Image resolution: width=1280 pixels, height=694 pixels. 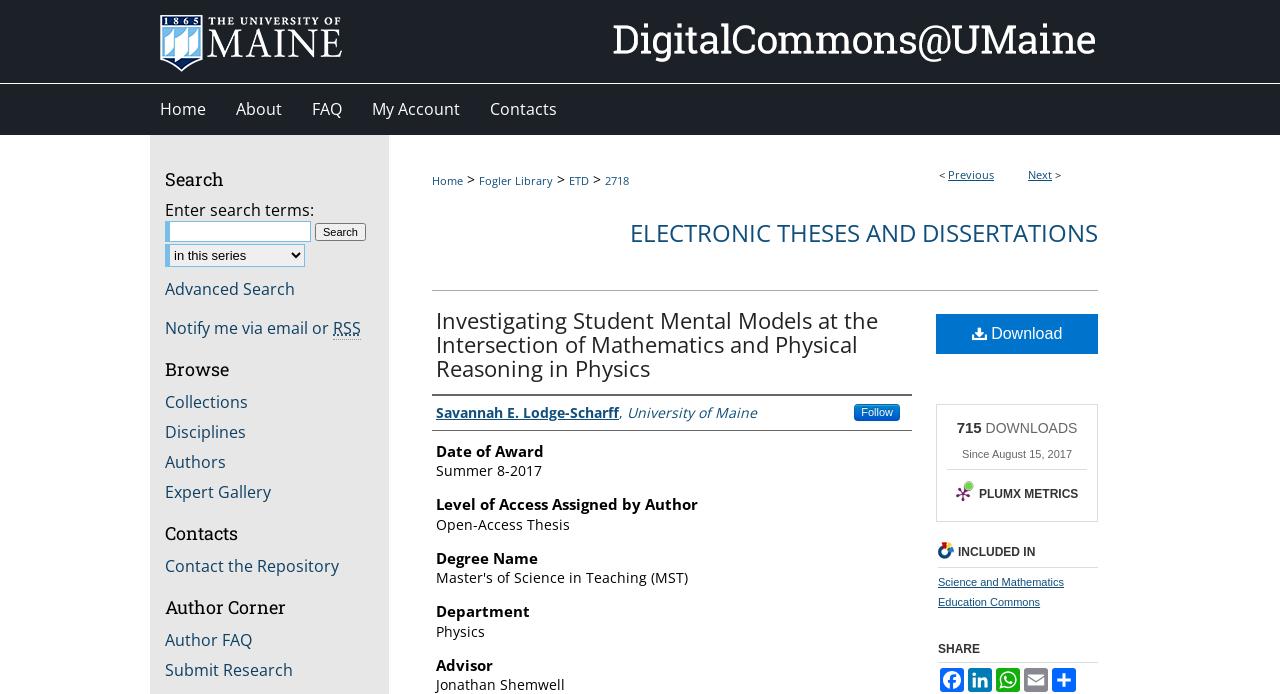 What do you see at coordinates (618, 410) in the screenshot?
I see `','` at bounding box center [618, 410].